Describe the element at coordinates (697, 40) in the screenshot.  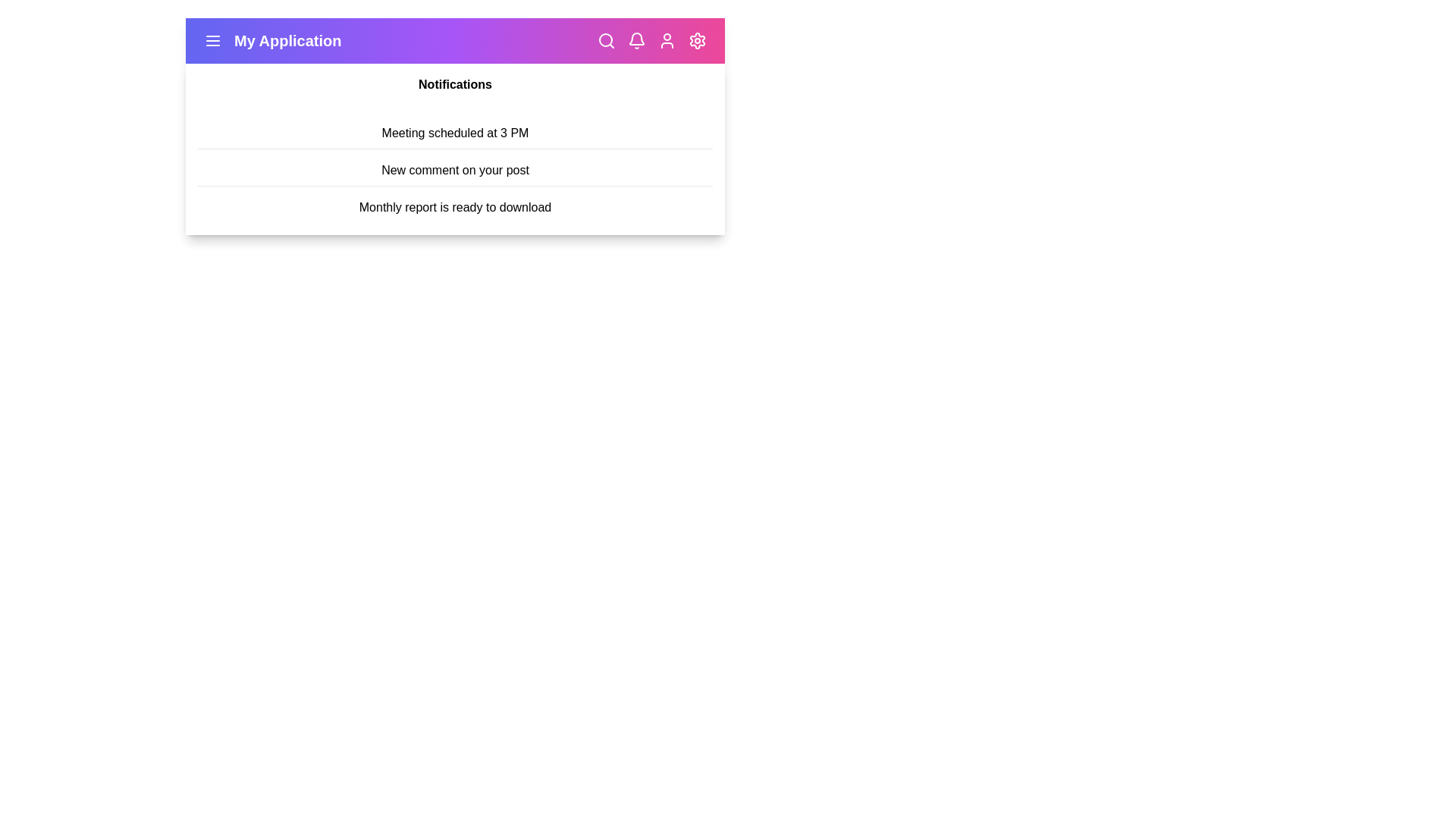
I see `the settings icon to access the settings` at that location.